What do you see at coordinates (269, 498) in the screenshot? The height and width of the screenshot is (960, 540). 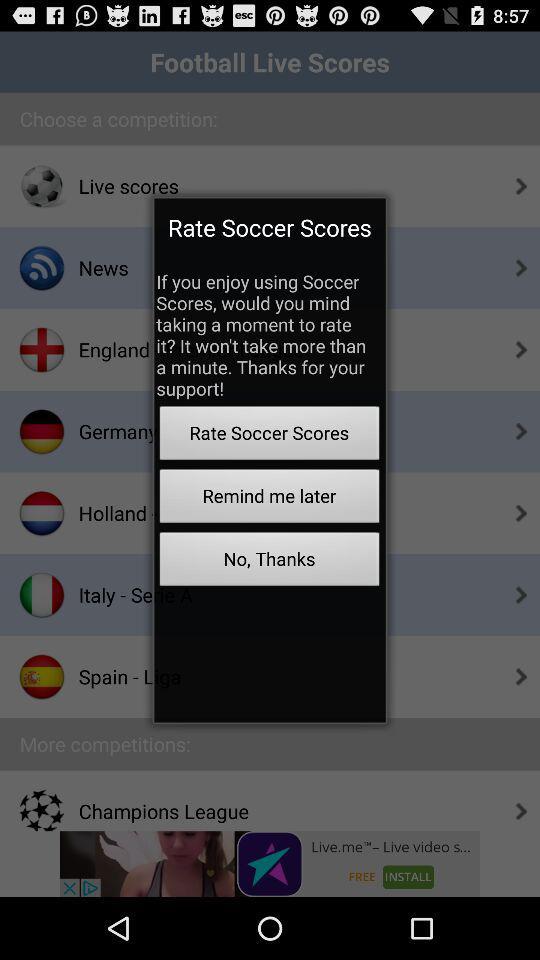 I see `the remind me later item` at bounding box center [269, 498].